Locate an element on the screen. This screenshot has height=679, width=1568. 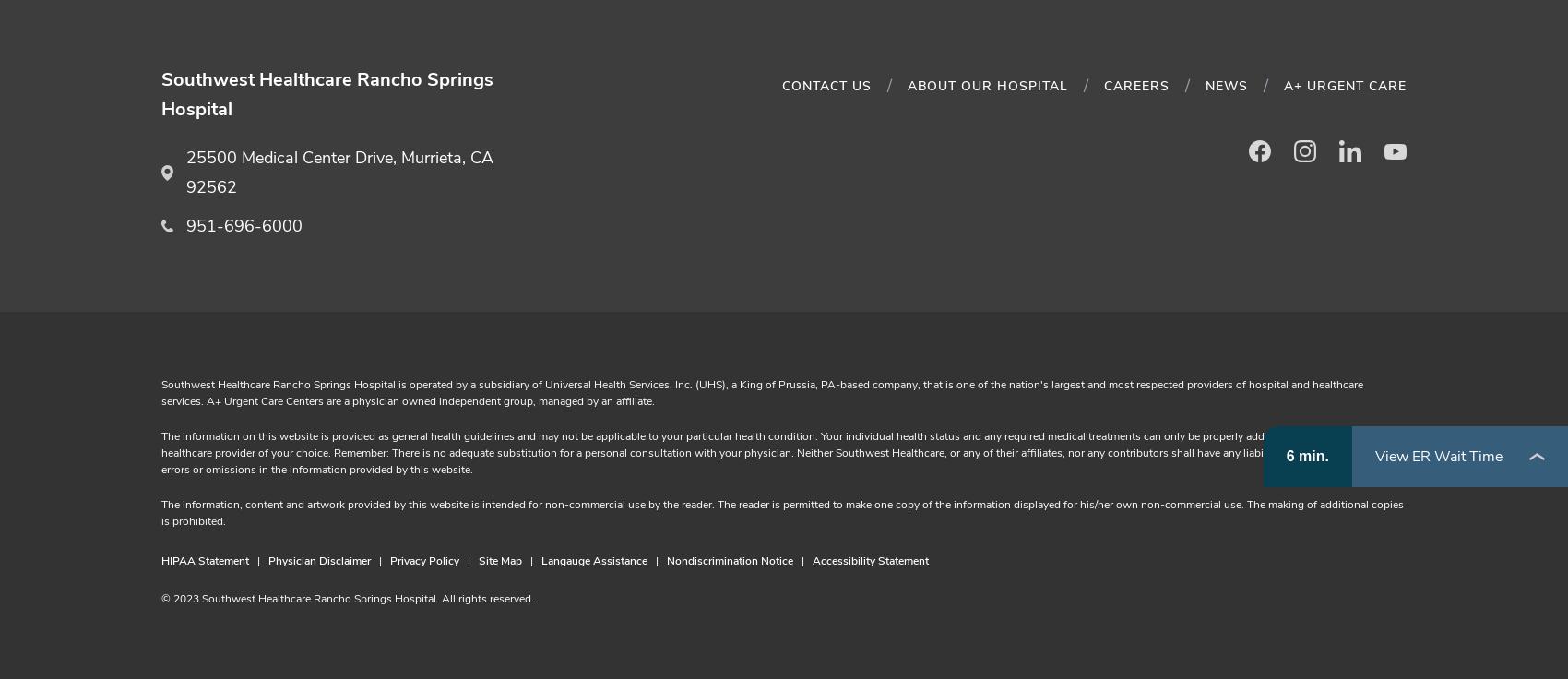
'A+ Urgent Care' is located at coordinates (1344, 85).